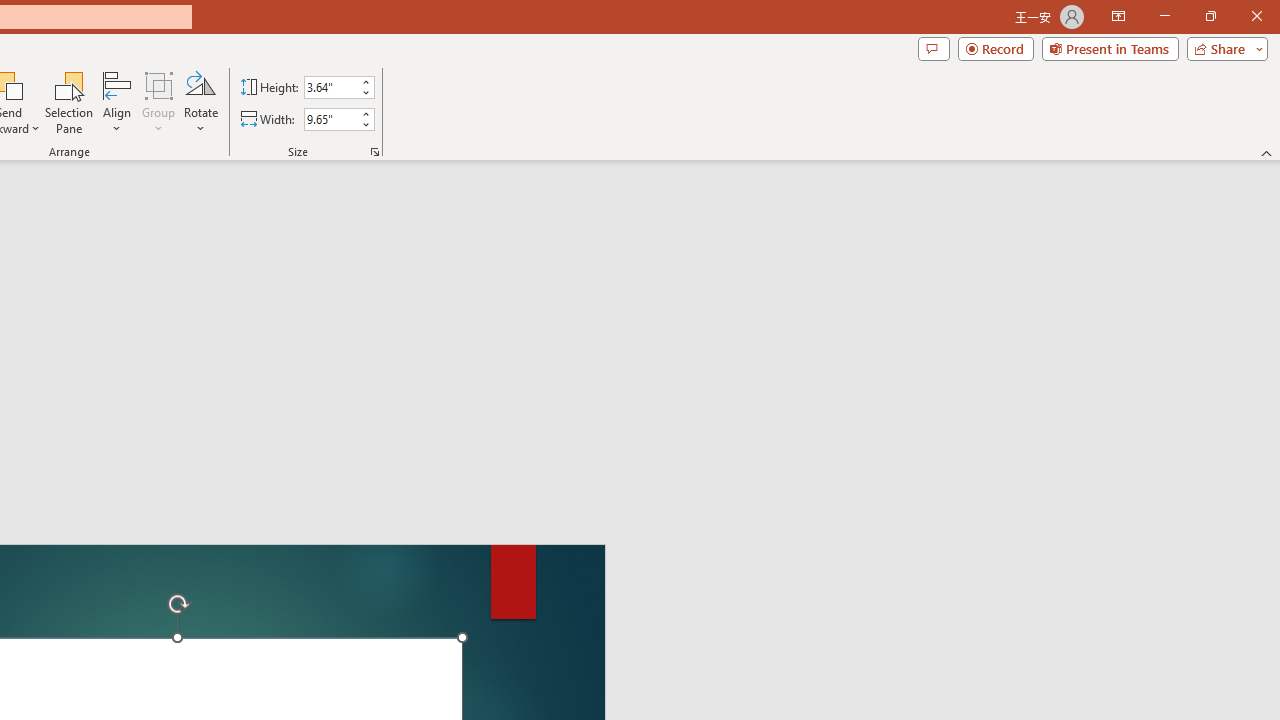 This screenshot has width=1280, height=720. Describe the element at coordinates (375, 150) in the screenshot. I see `'Size and Position...'` at that location.